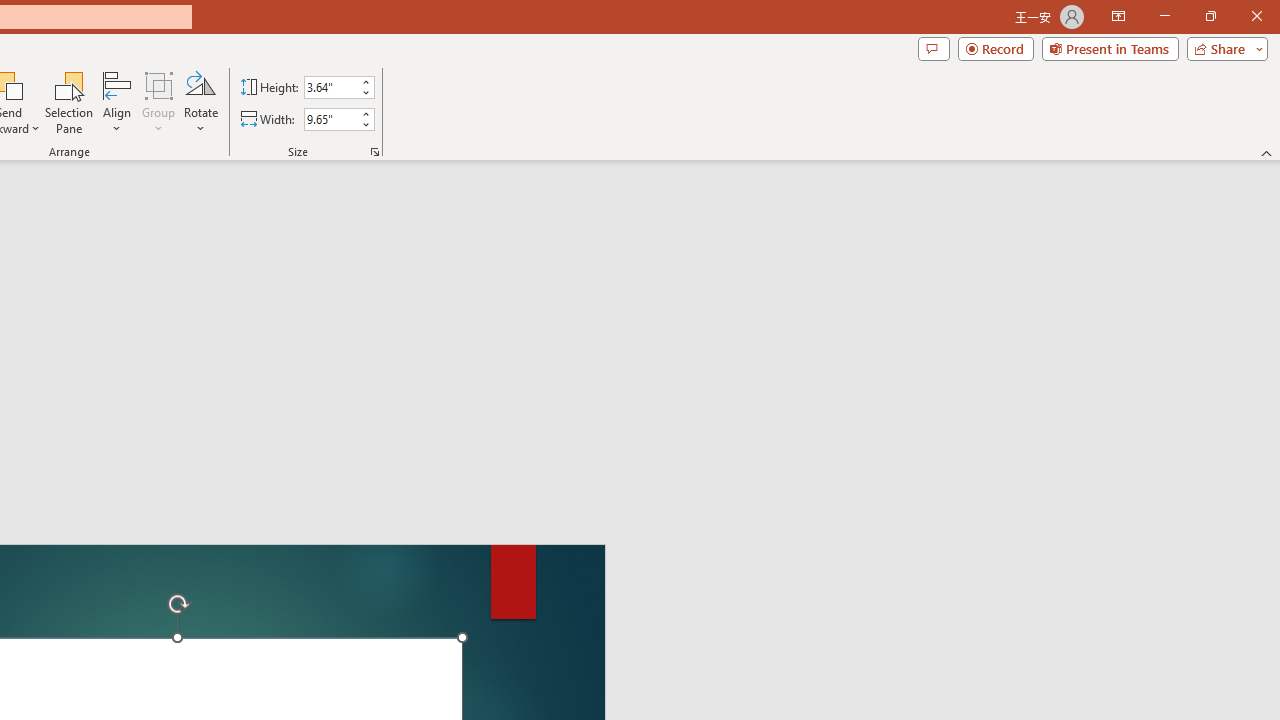 This screenshot has width=1280, height=720. Describe the element at coordinates (375, 150) in the screenshot. I see `'Size and Position...'` at that location.